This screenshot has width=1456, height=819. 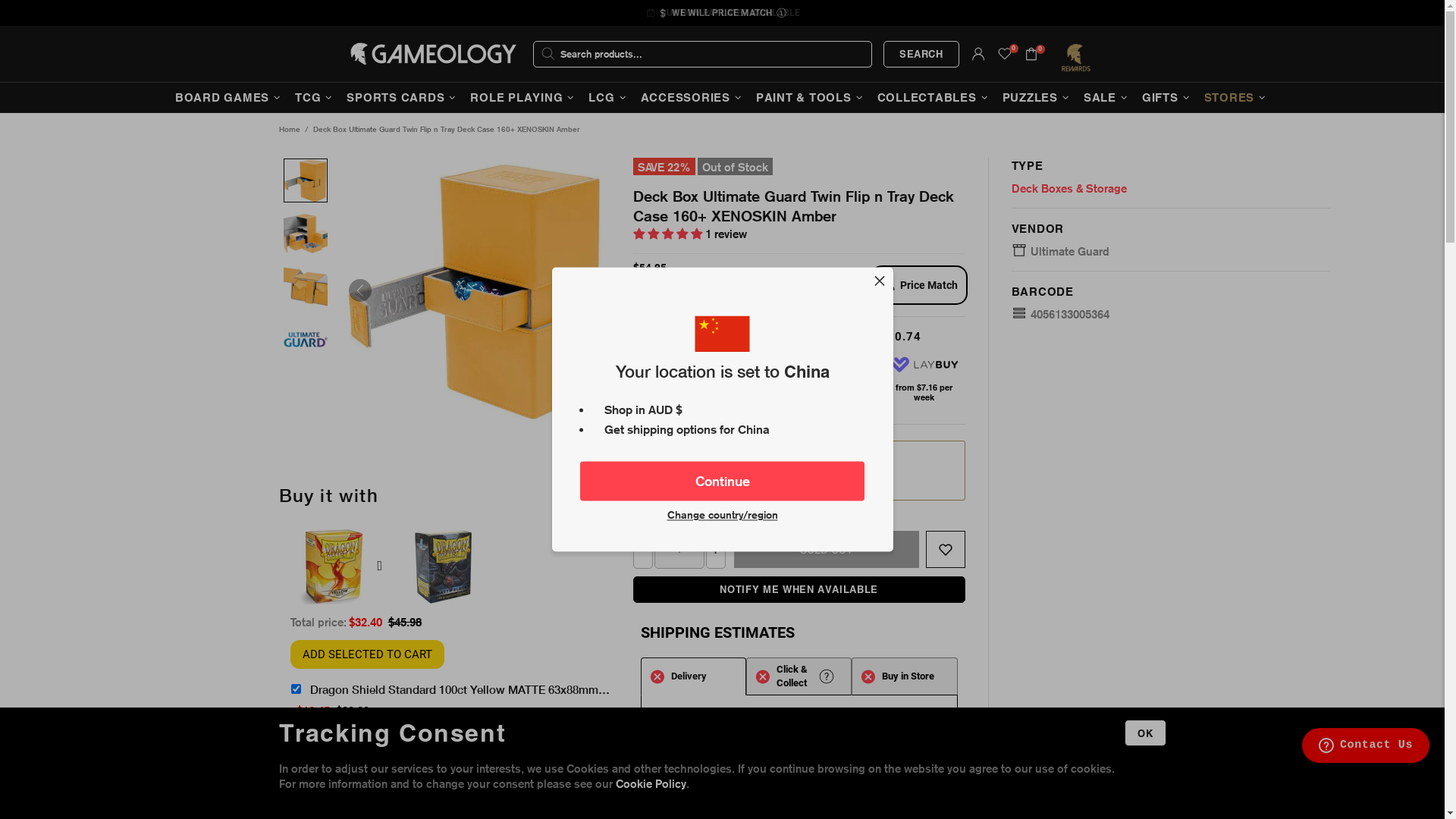 I want to click on 'NOTIFY ME WHEN AVAILABLE', so click(x=799, y=588).